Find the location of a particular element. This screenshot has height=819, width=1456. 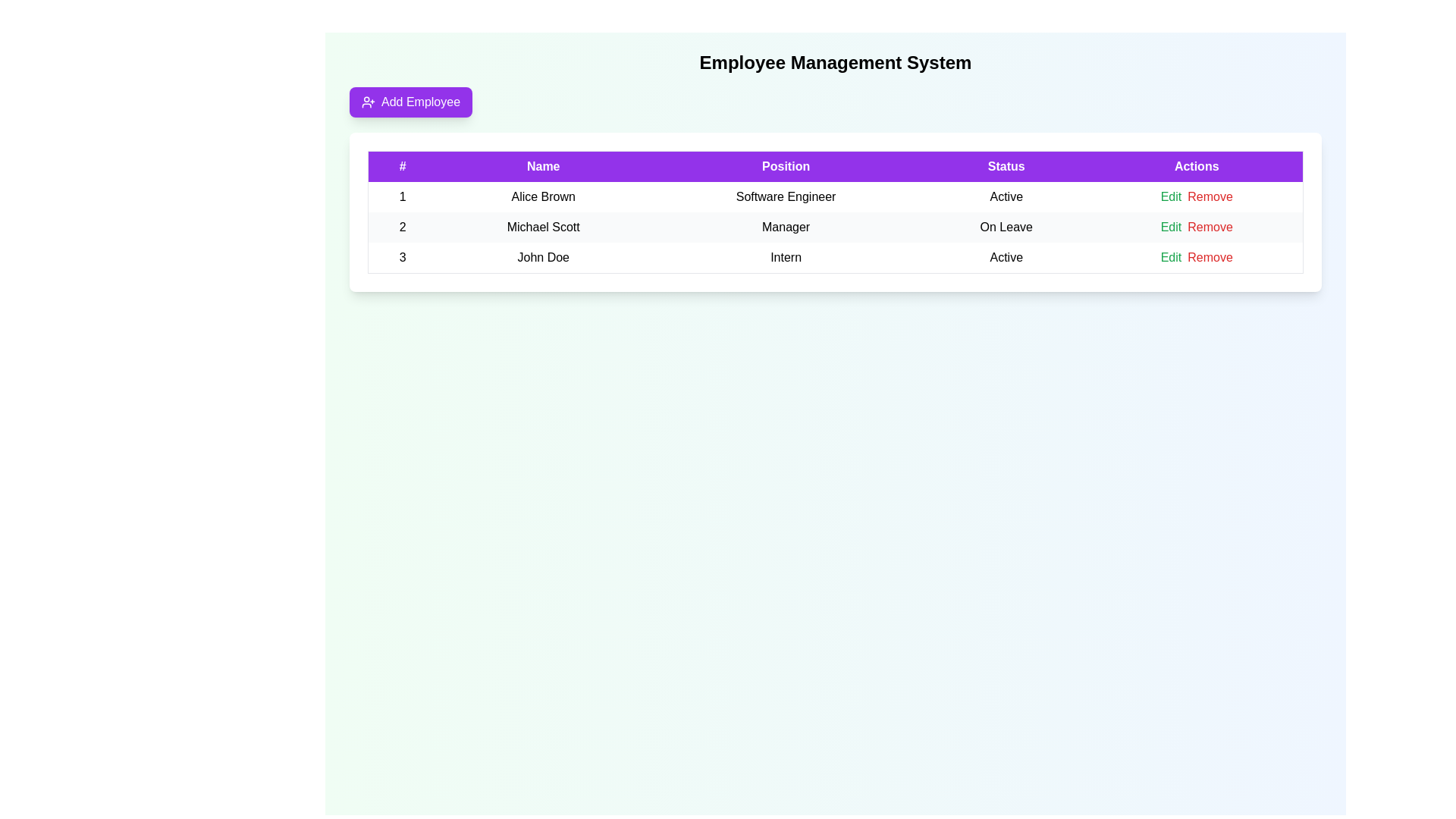

the 'Status' header label which is the fourth element in the table header layout, located between 'Position' and 'Actions' is located at coordinates (1006, 166).